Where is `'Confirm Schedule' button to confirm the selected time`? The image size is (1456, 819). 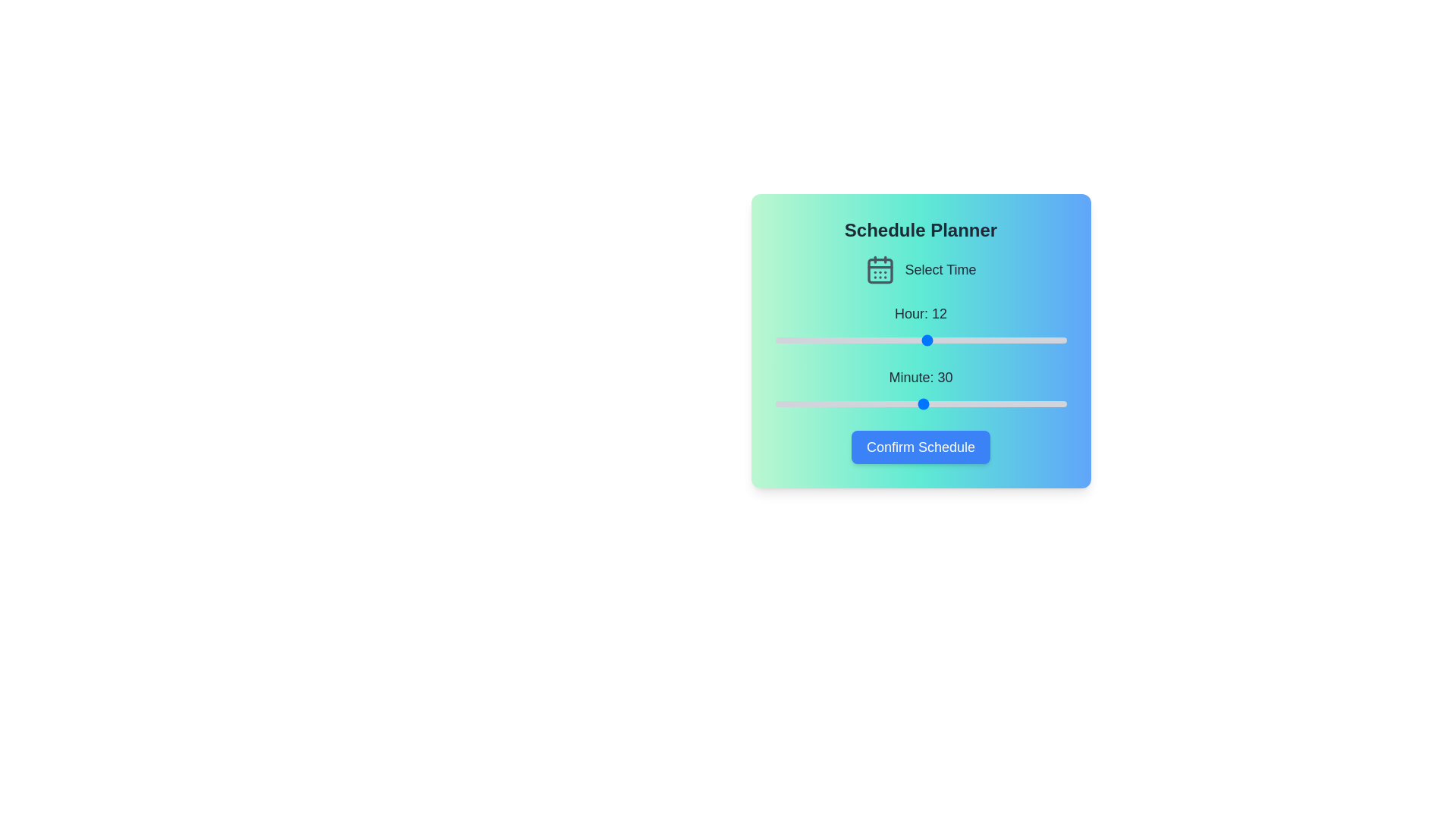
'Confirm Schedule' button to confirm the selected time is located at coordinates (920, 447).